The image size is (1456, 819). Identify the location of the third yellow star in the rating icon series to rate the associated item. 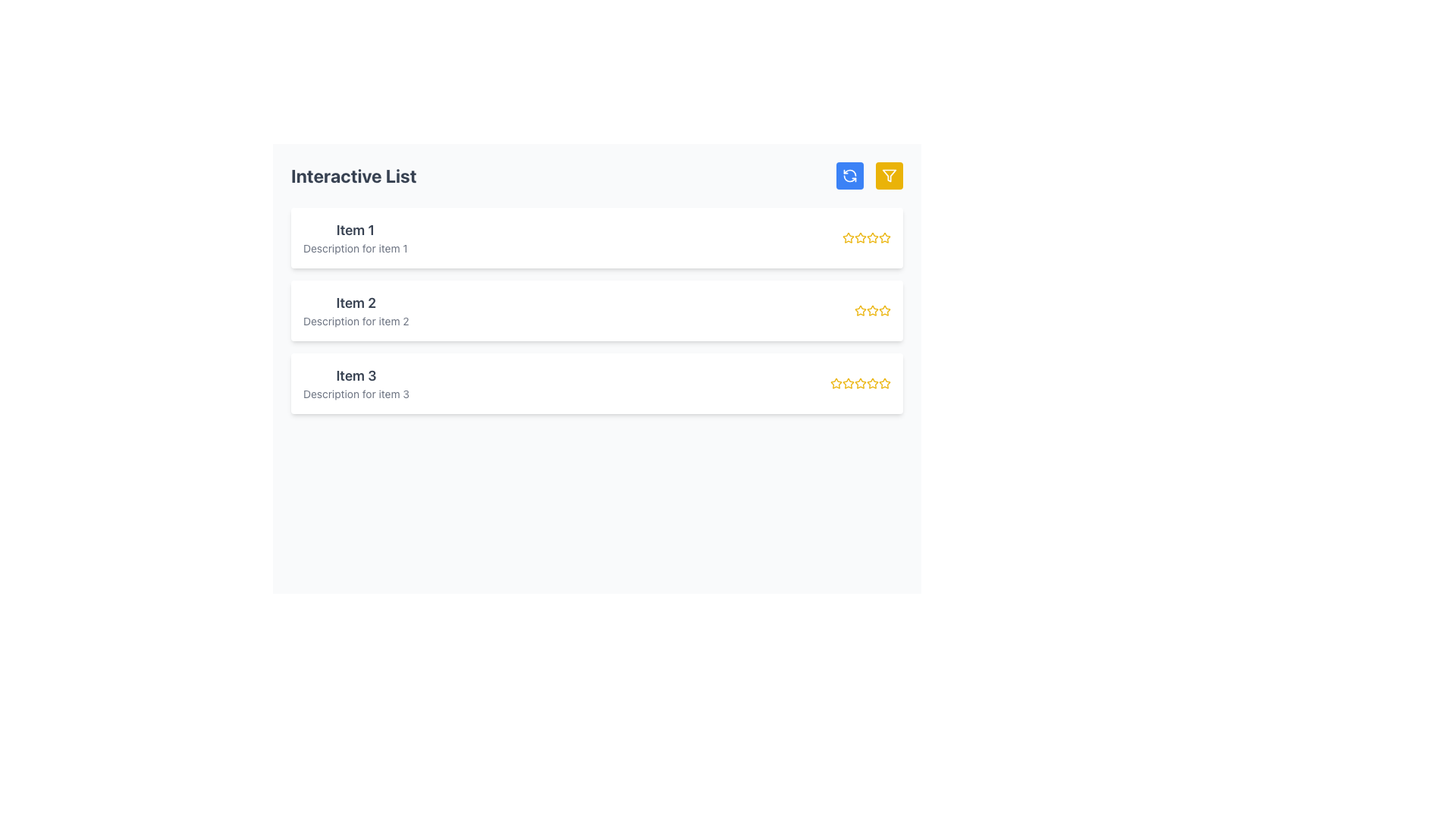
(872, 237).